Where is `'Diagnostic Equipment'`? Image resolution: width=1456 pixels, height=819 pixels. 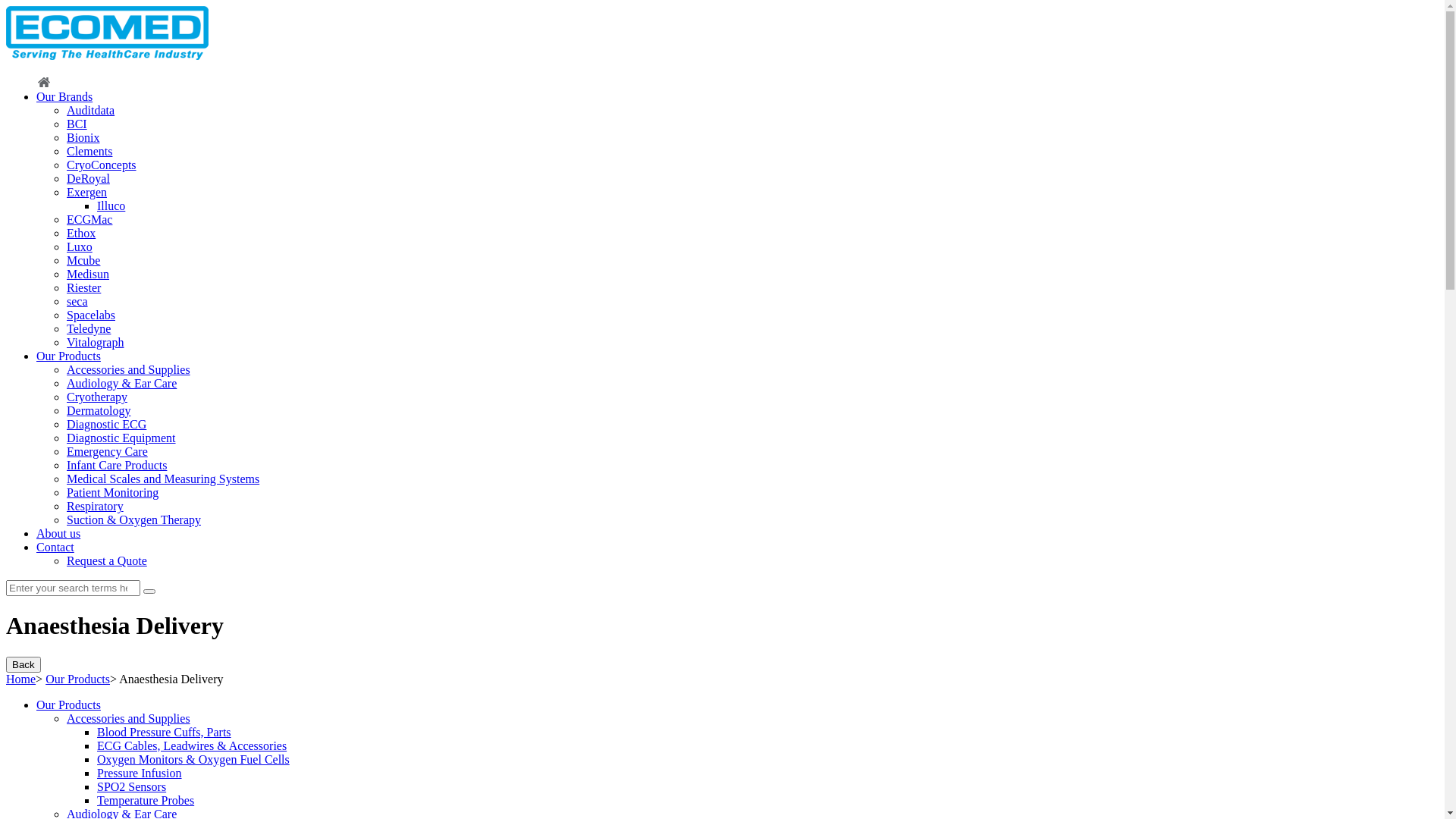 'Diagnostic Equipment' is located at coordinates (120, 438).